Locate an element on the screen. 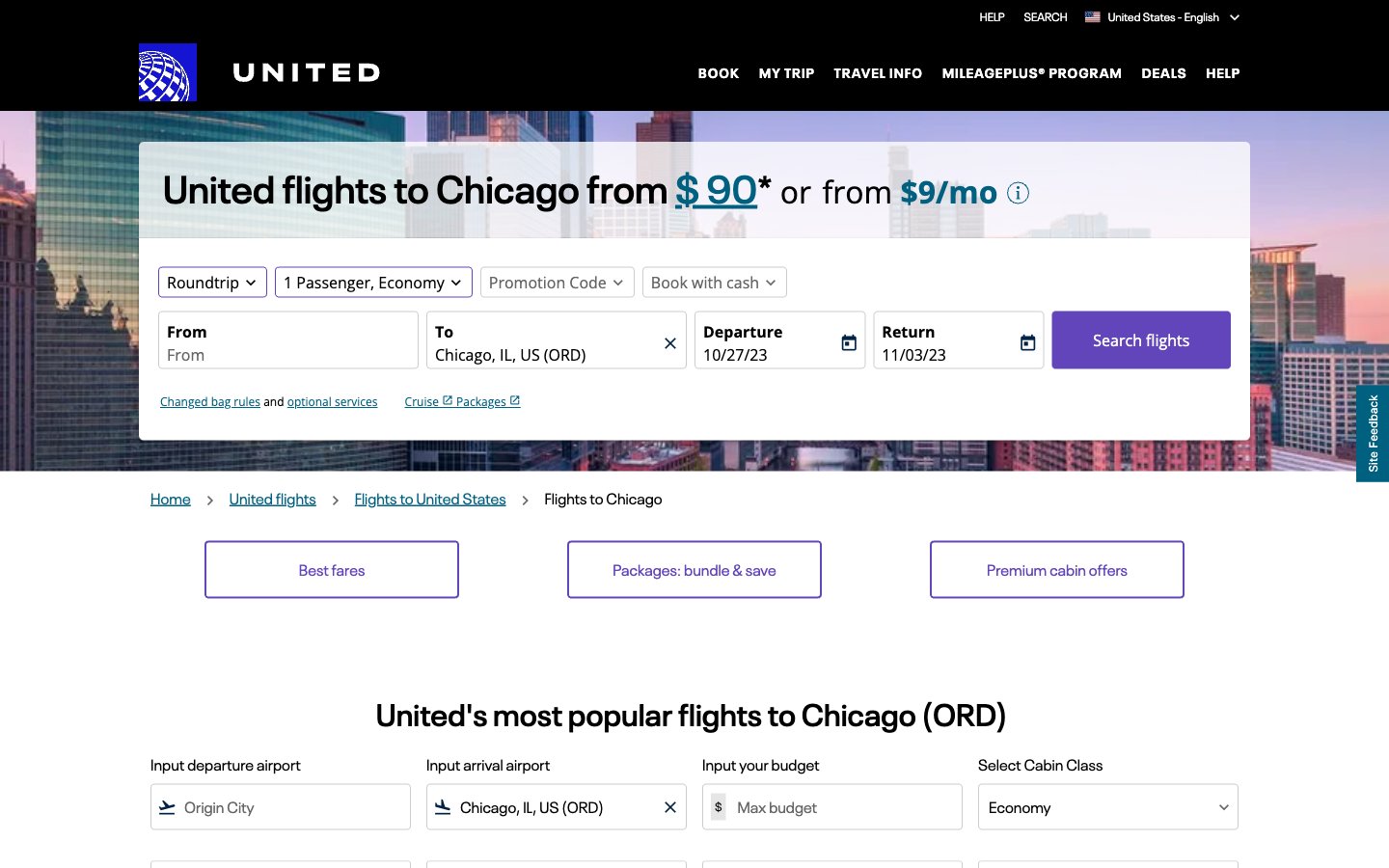  Premium Cabin Special Offers is located at coordinates (1055, 569).